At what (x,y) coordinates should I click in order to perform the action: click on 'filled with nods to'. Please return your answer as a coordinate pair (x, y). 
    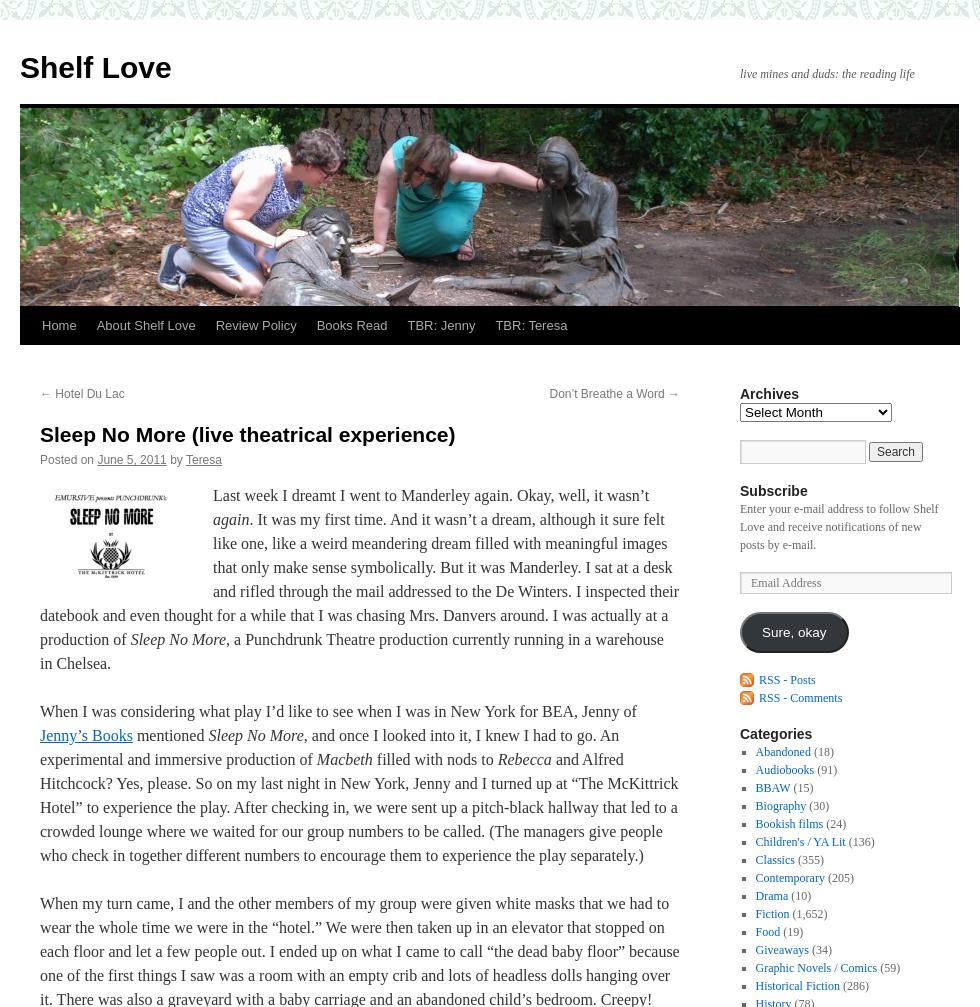
    Looking at the image, I should click on (434, 758).